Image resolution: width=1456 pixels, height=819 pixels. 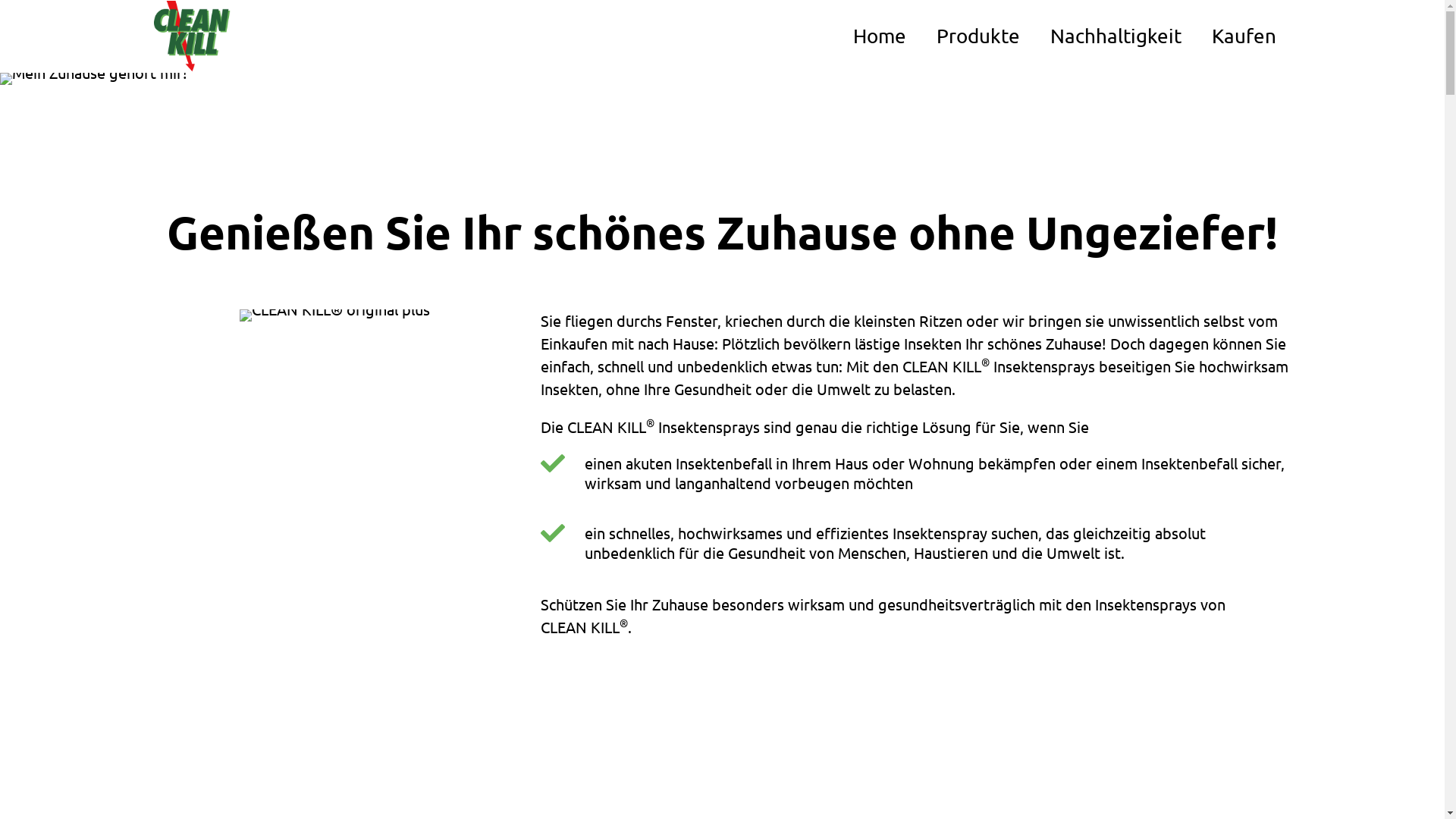 I want to click on 'Home', so click(x=878, y=35).